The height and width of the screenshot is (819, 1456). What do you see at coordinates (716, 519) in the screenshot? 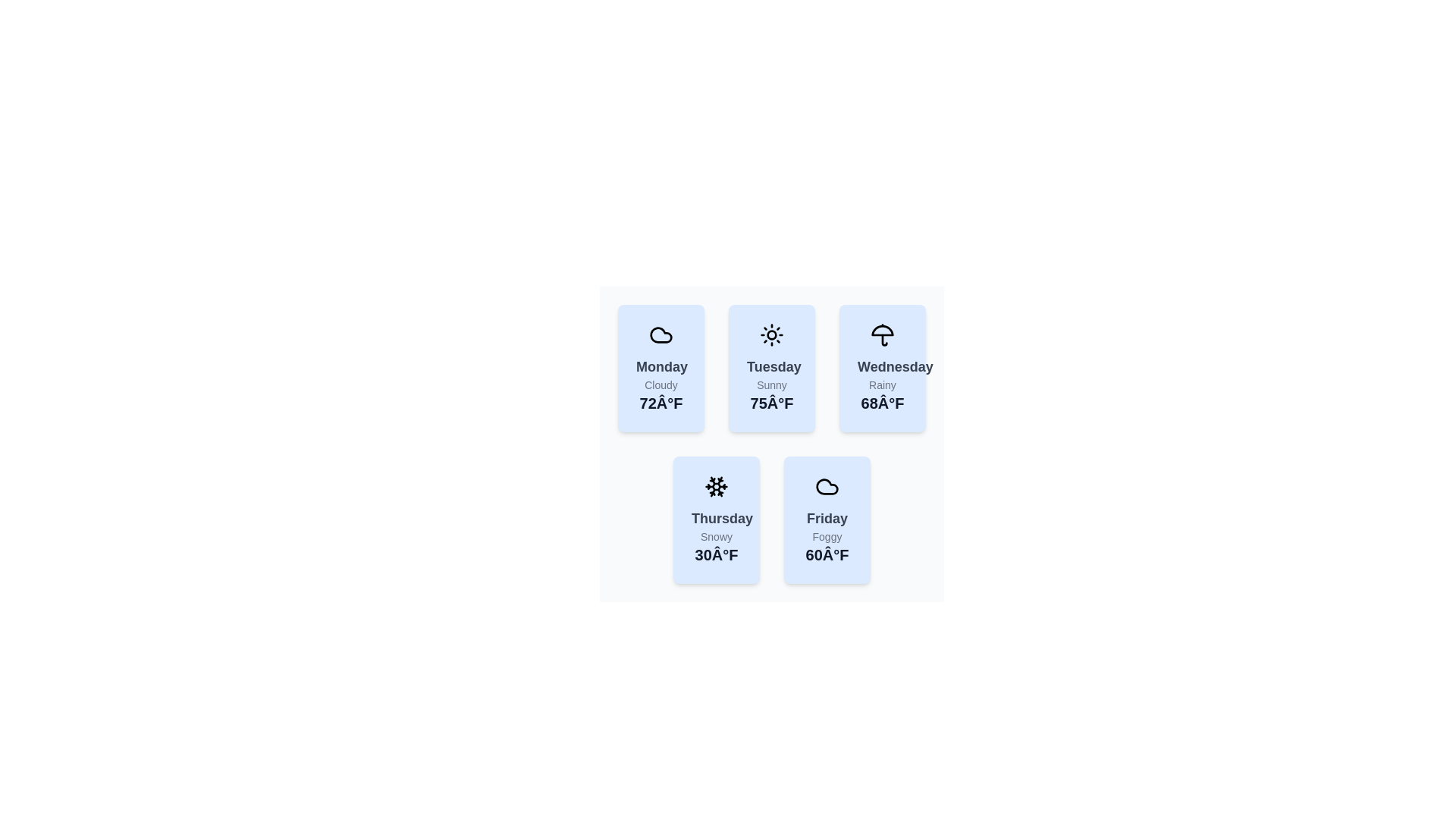
I see `the static informational weather card with a snowflake icon, displaying 'Thursday', 'Snowy', and '30°F', located in the second row, first column of the grid` at bounding box center [716, 519].